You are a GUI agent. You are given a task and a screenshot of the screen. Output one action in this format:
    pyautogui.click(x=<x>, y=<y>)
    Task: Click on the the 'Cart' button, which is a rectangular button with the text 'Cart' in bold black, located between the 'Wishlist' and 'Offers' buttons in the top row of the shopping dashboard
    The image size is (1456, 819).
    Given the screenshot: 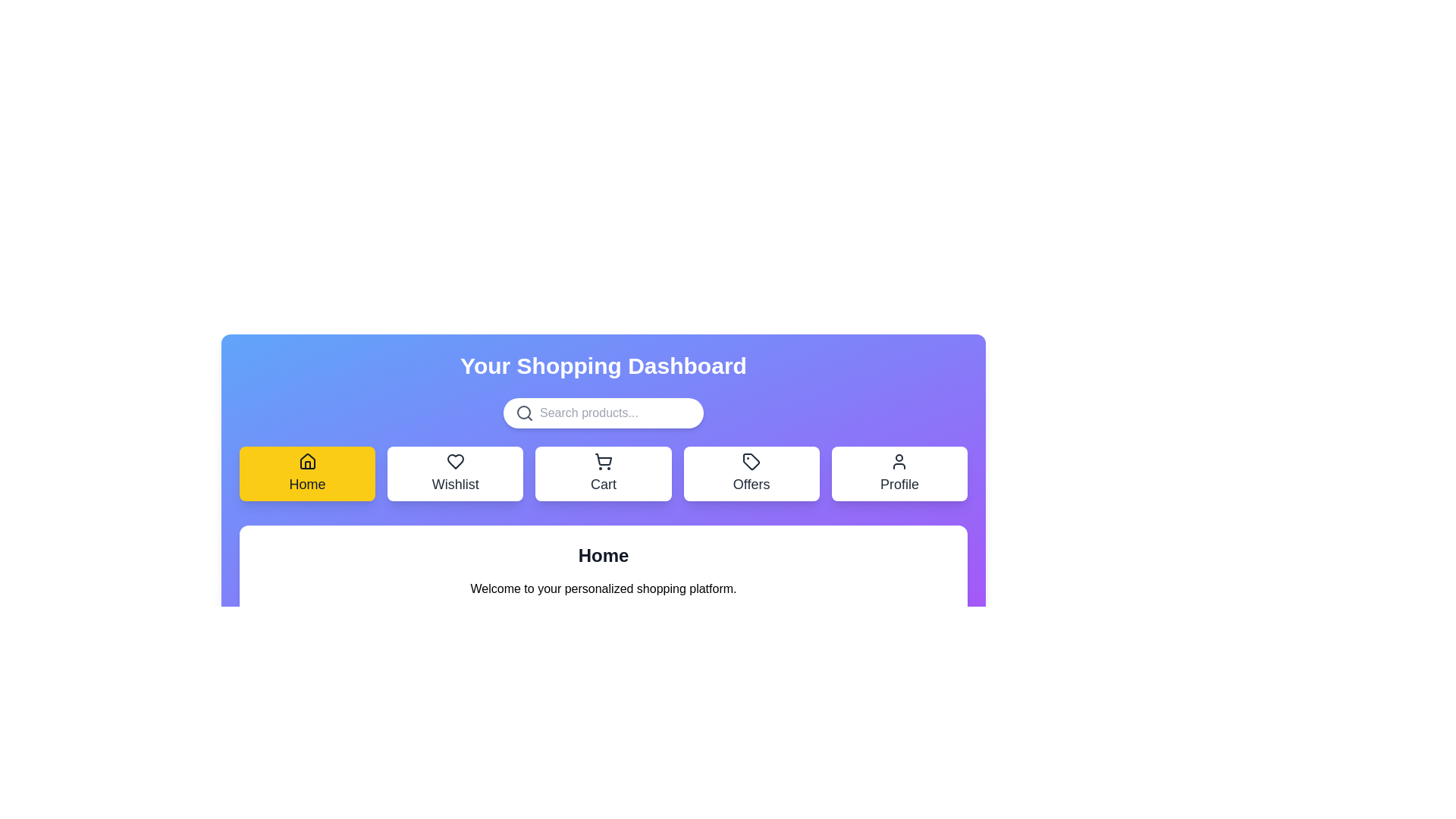 What is the action you would take?
    pyautogui.click(x=603, y=472)
    